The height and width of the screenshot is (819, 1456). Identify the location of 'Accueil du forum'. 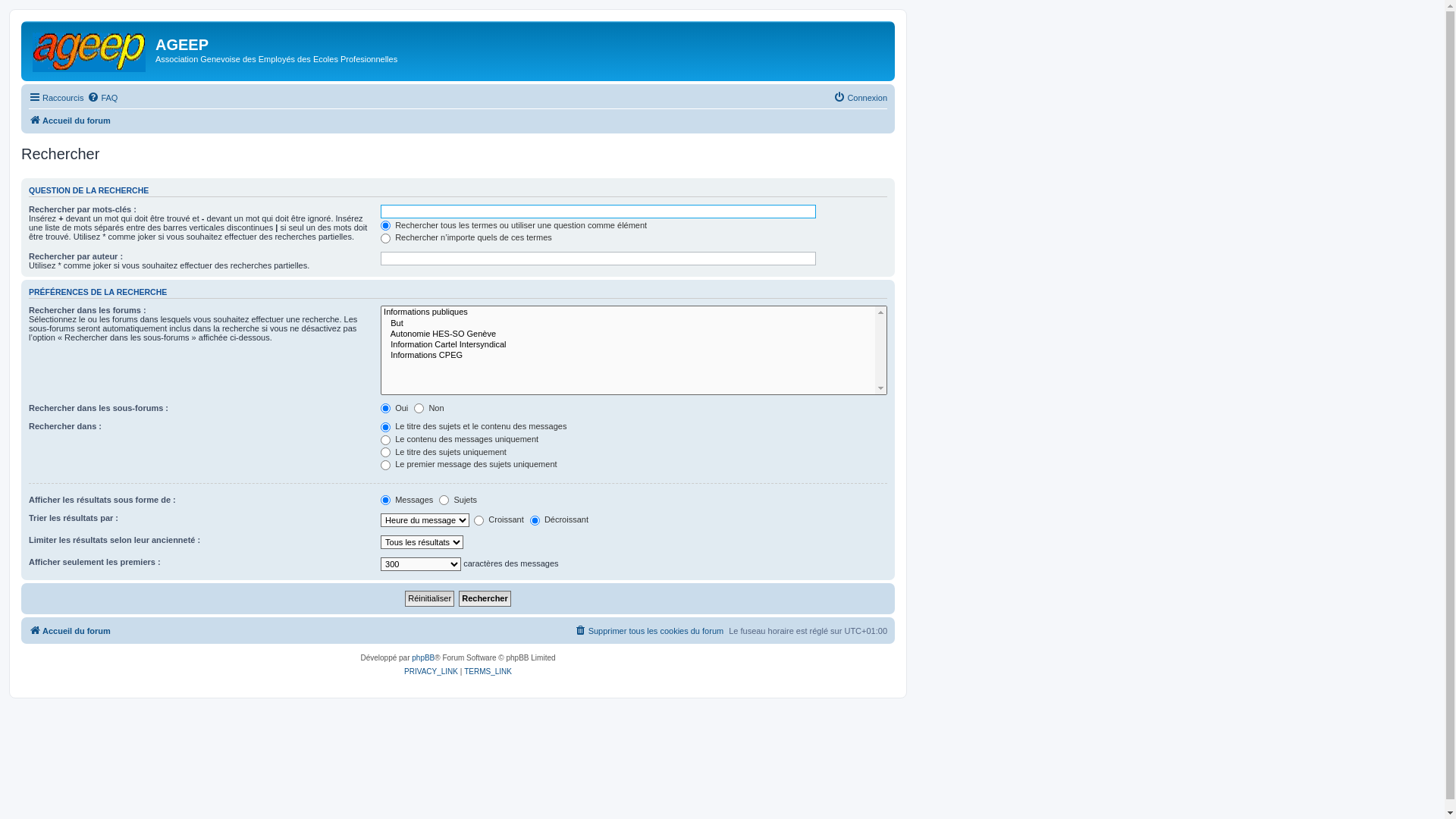
(25, 49).